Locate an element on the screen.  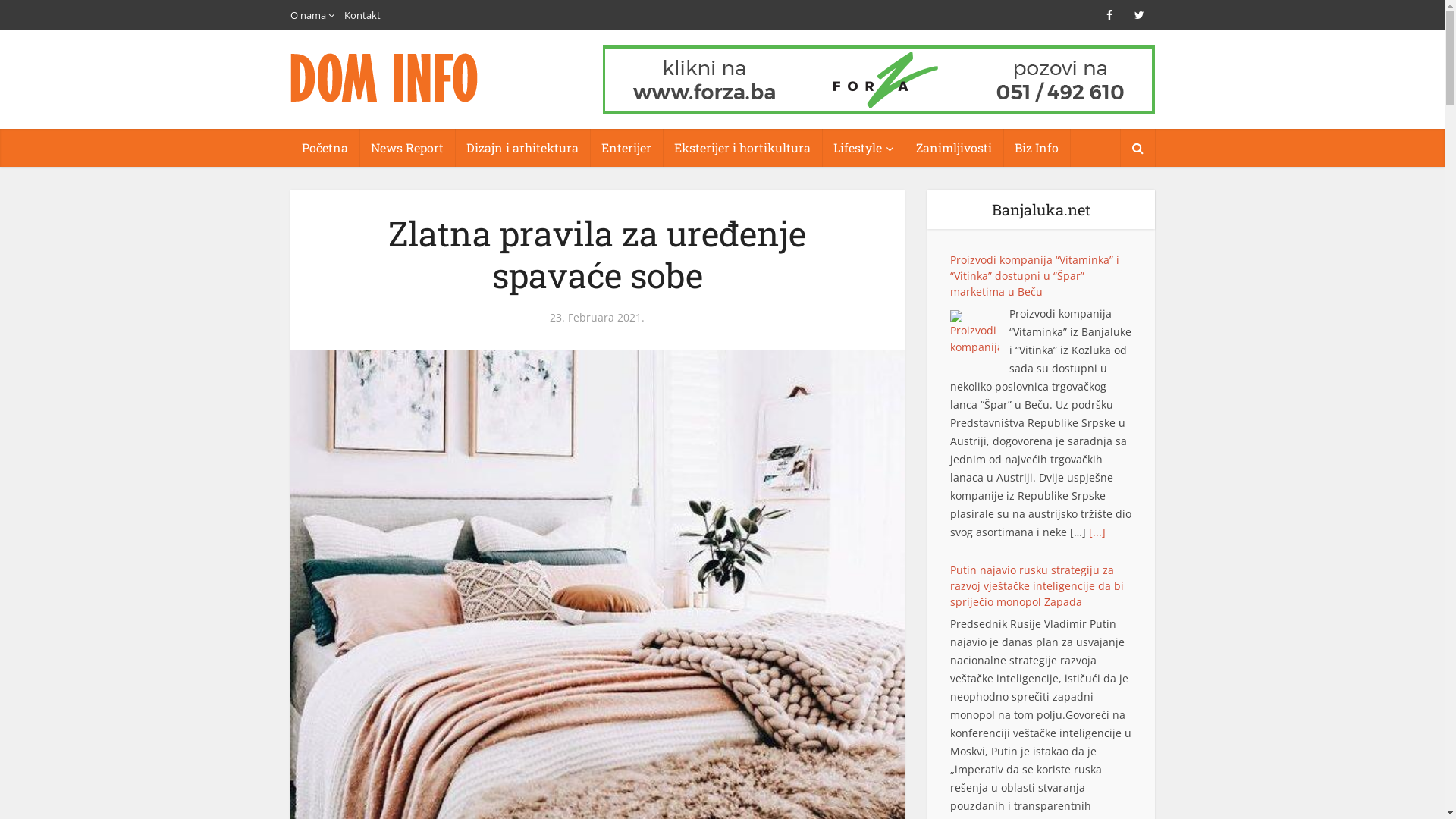
'[...]' is located at coordinates (1016, 479).